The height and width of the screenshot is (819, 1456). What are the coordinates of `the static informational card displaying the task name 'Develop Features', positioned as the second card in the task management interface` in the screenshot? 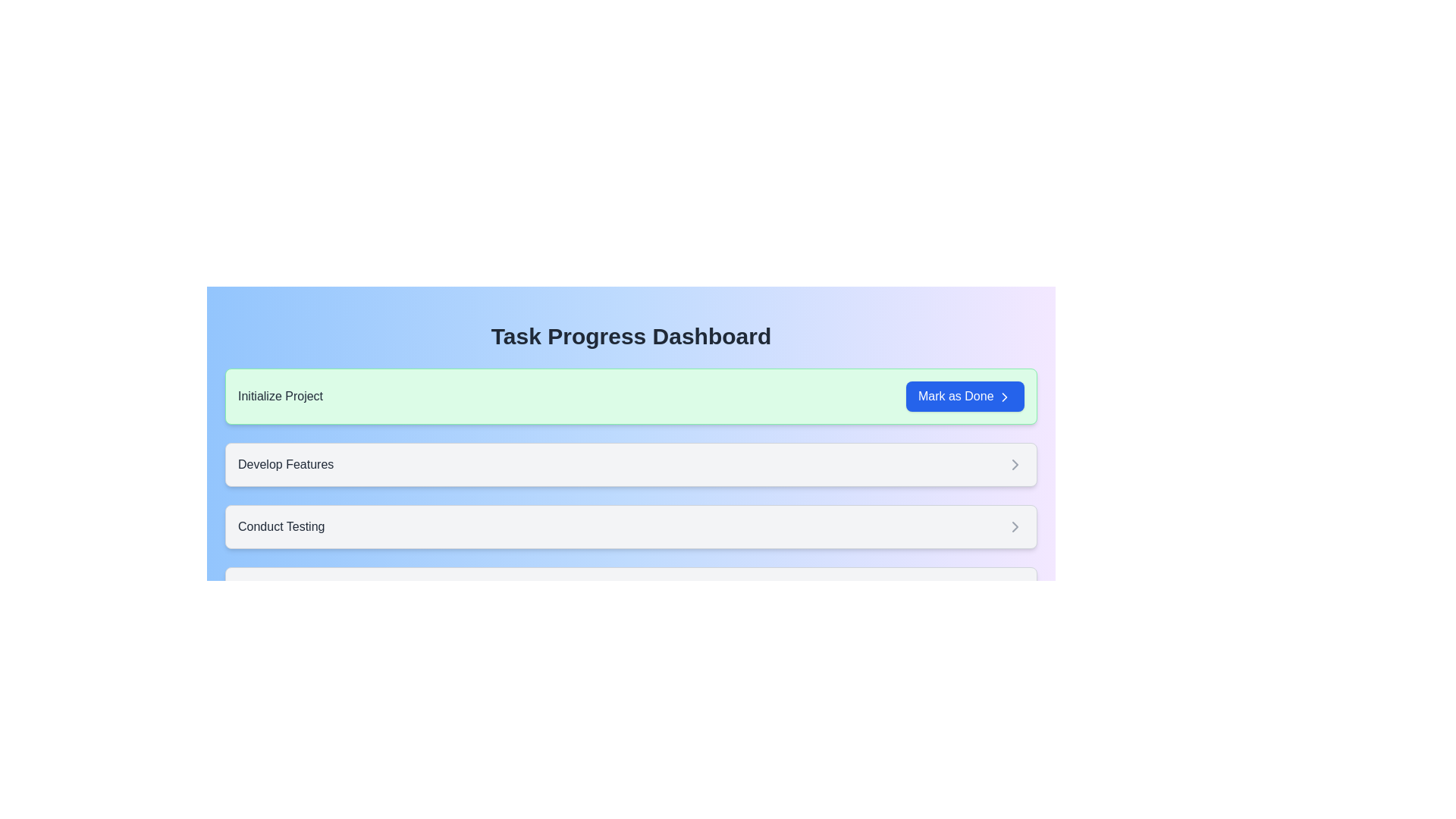 It's located at (631, 464).